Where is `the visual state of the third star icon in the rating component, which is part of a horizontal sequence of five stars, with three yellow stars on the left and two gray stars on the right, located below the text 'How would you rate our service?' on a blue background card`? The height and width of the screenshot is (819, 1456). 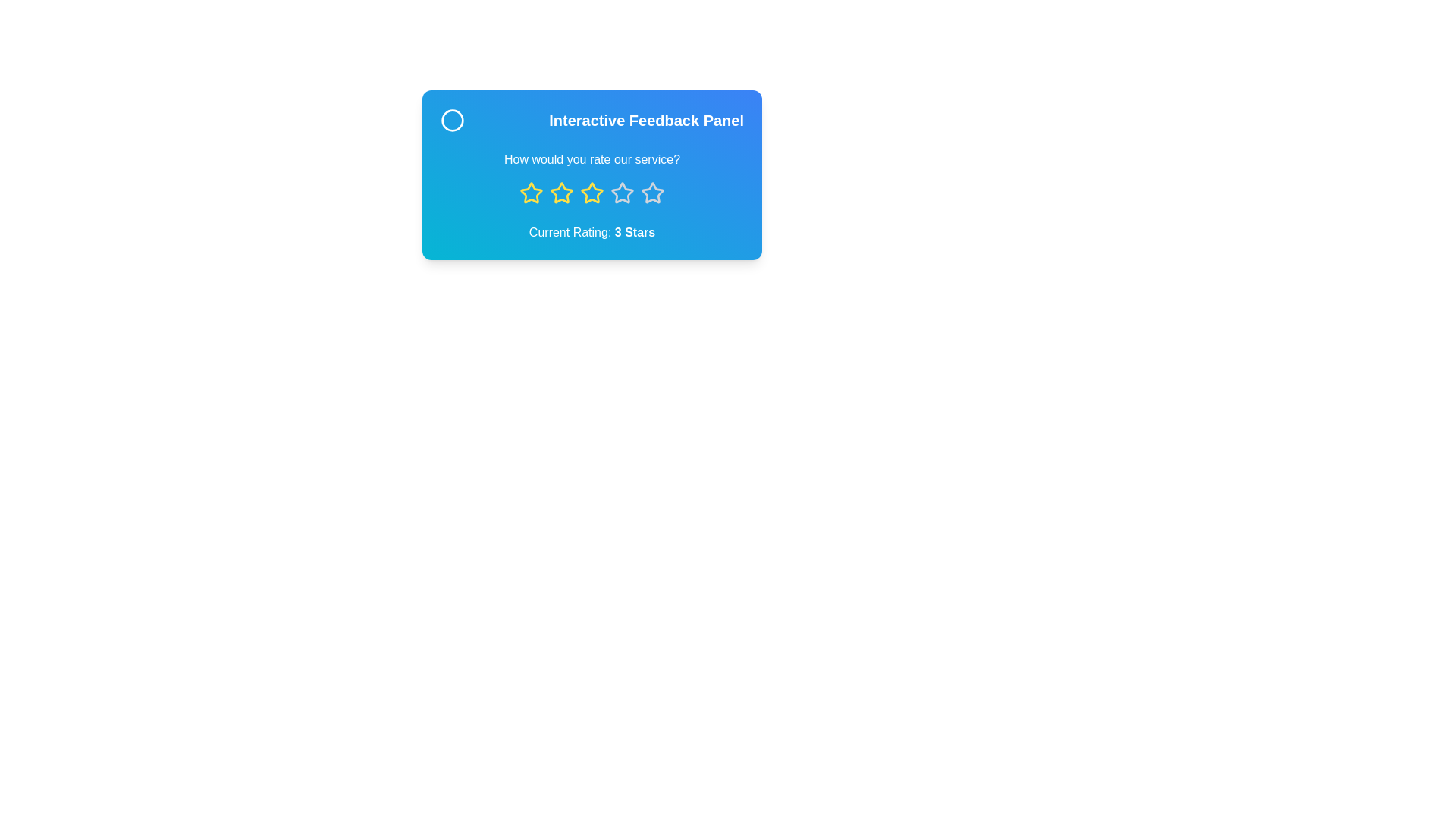 the visual state of the third star icon in the rating component, which is part of a horizontal sequence of five stars, with three yellow stars on the left and two gray stars on the right, located below the text 'How would you rate our service?' on a blue background card is located at coordinates (591, 192).